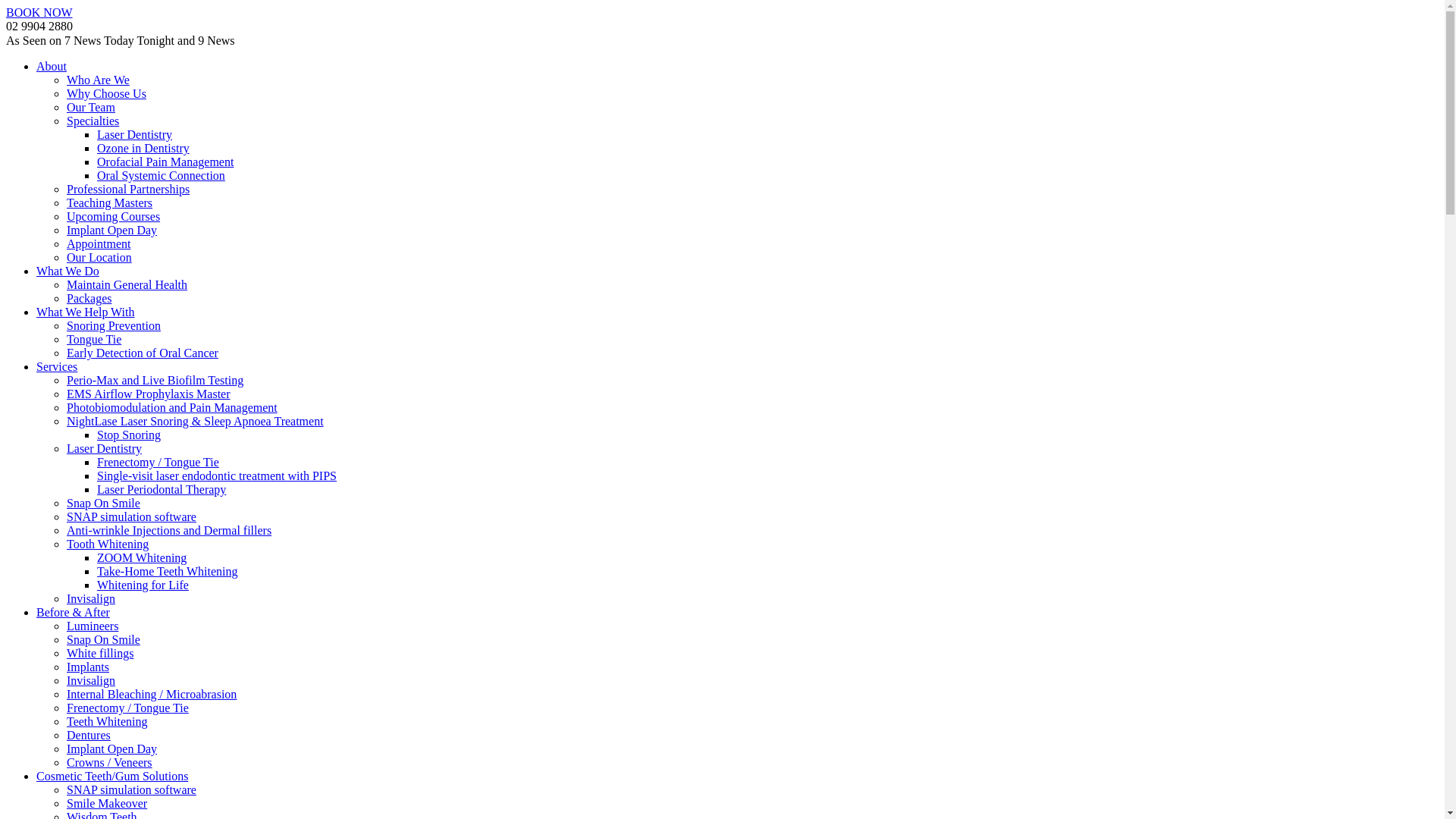 This screenshot has width=1456, height=819. Describe the element at coordinates (65, 694) in the screenshot. I see `'Internal Bleaching / Microabrasion'` at that location.